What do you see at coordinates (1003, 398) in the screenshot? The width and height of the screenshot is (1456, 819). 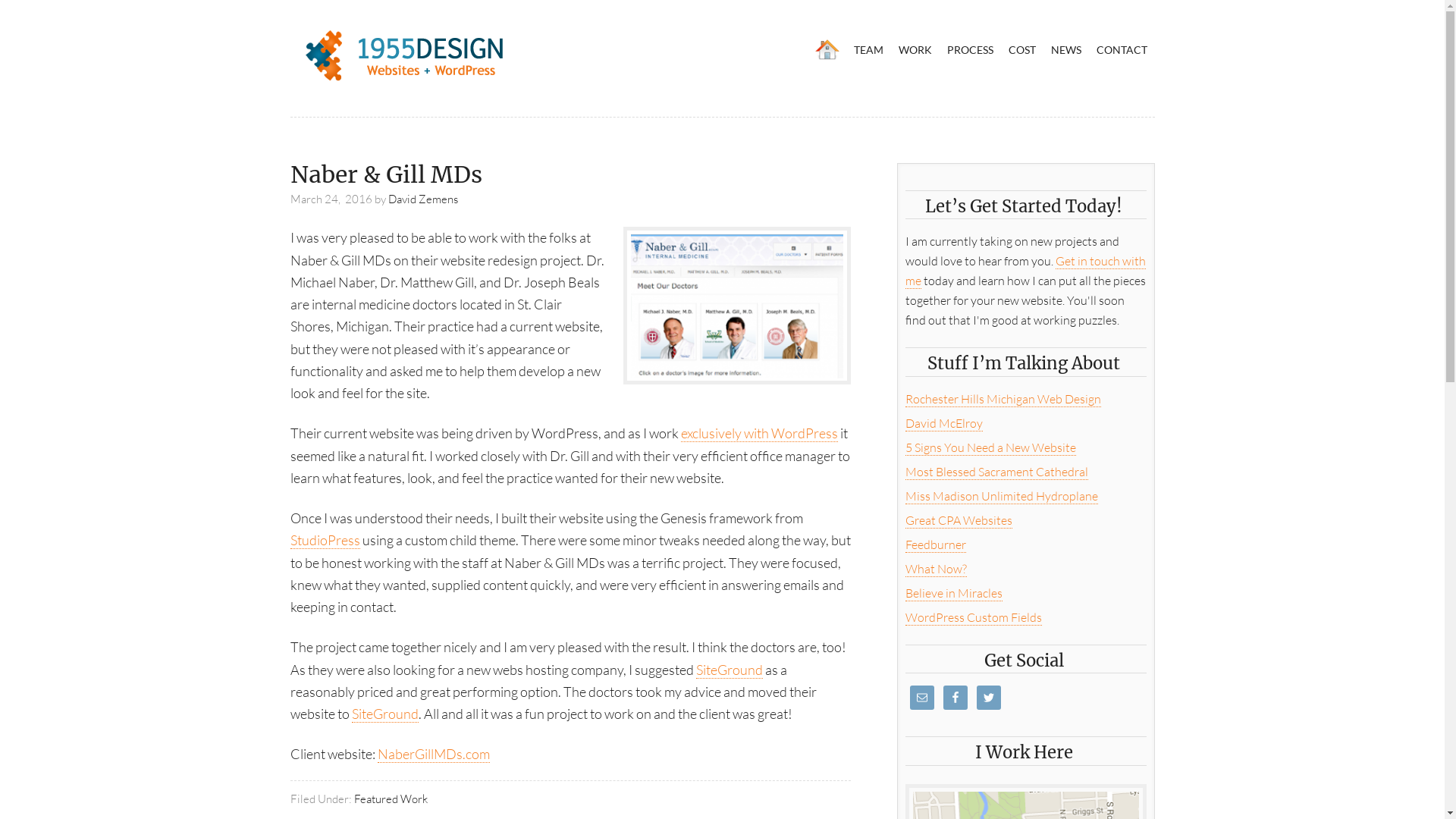 I see `'Rochester Hills Michigan Web Design'` at bounding box center [1003, 398].